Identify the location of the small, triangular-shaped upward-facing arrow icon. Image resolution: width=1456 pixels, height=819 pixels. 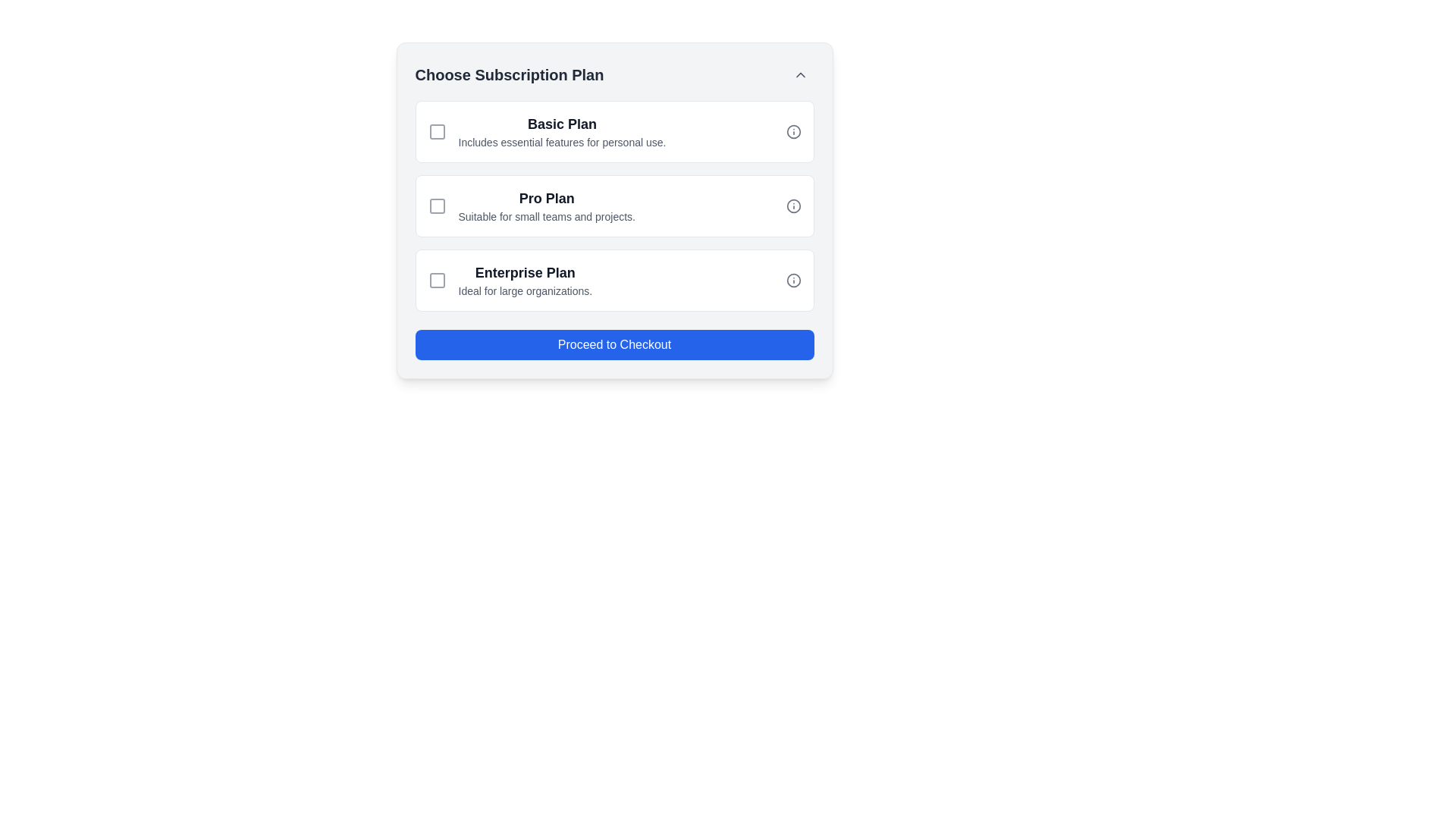
(799, 75).